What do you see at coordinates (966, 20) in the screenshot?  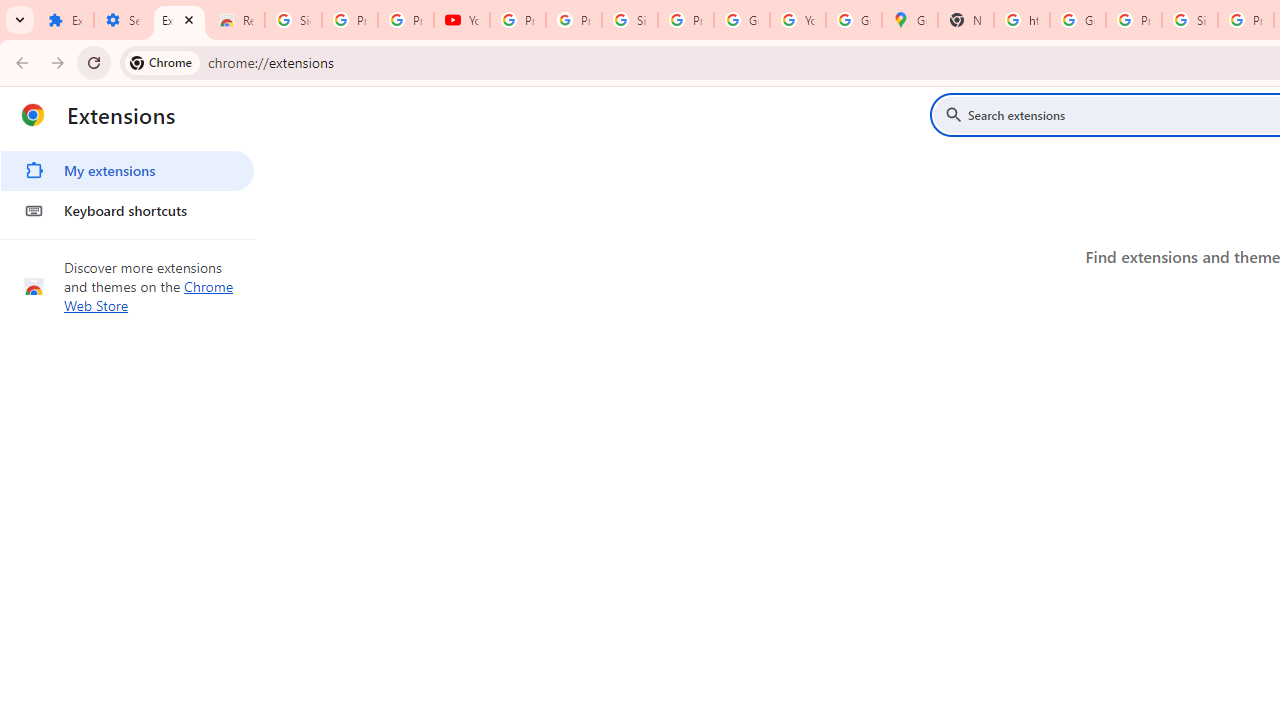 I see `'New Tab'` at bounding box center [966, 20].